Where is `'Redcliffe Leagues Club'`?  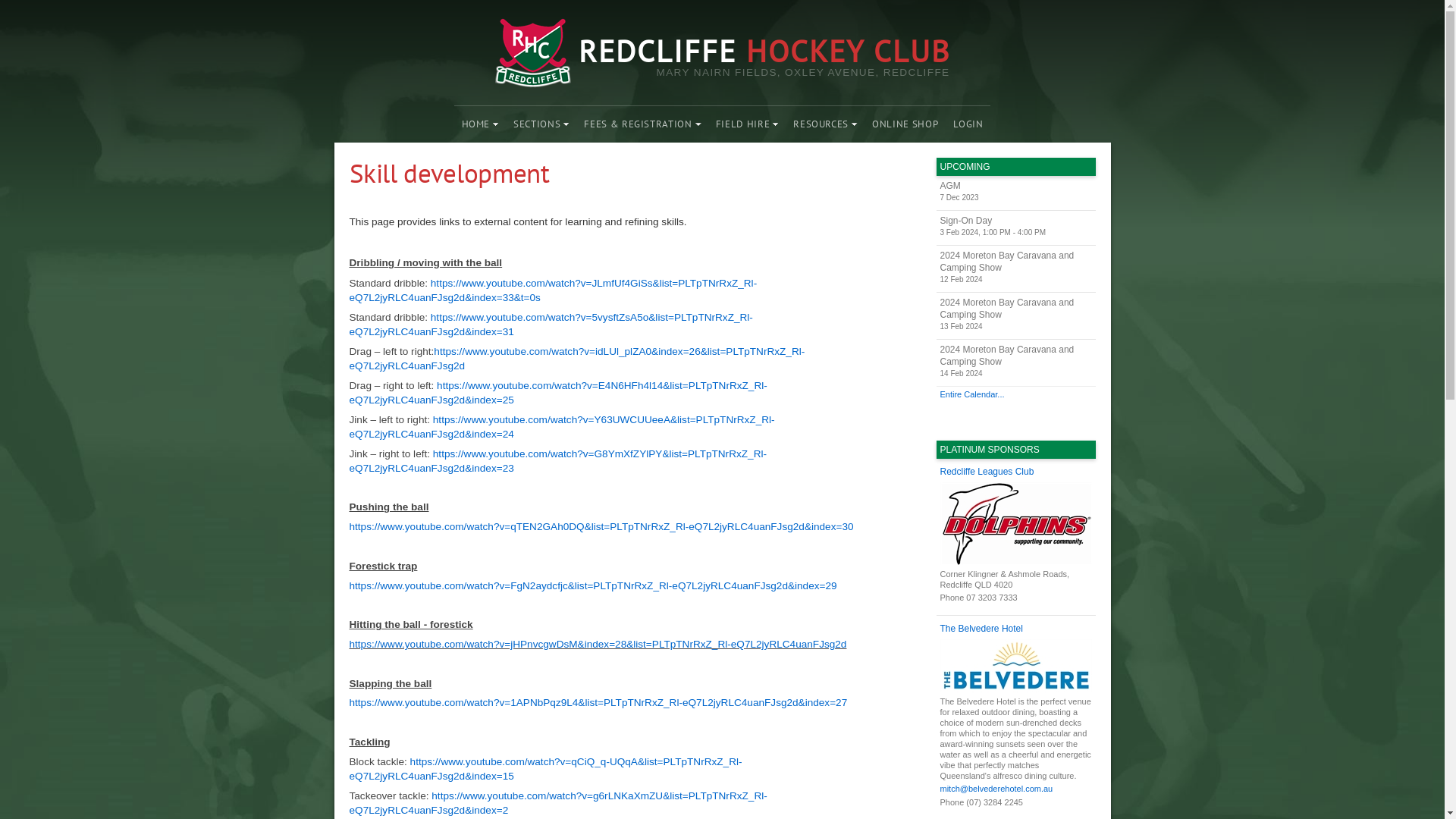 'Redcliffe Leagues Club' is located at coordinates (1015, 472).